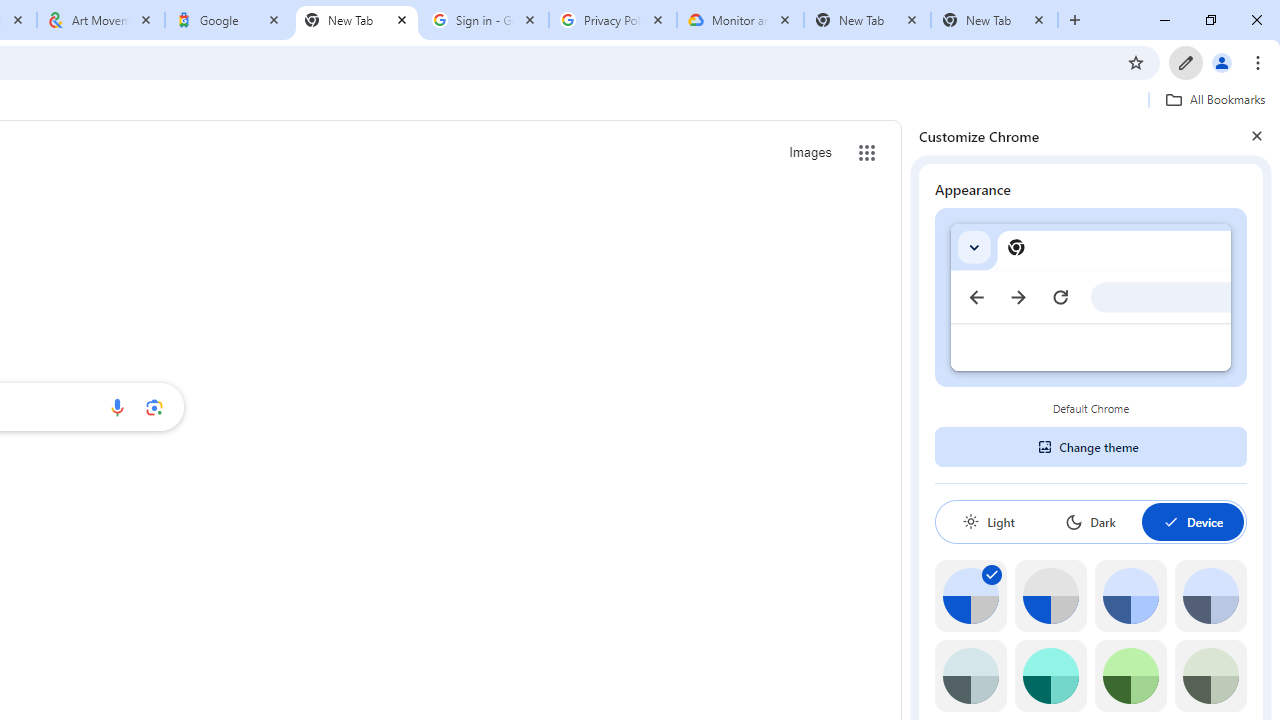  What do you see at coordinates (1130, 675) in the screenshot?
I see `'Green'` at bounding box center [1130, 675].